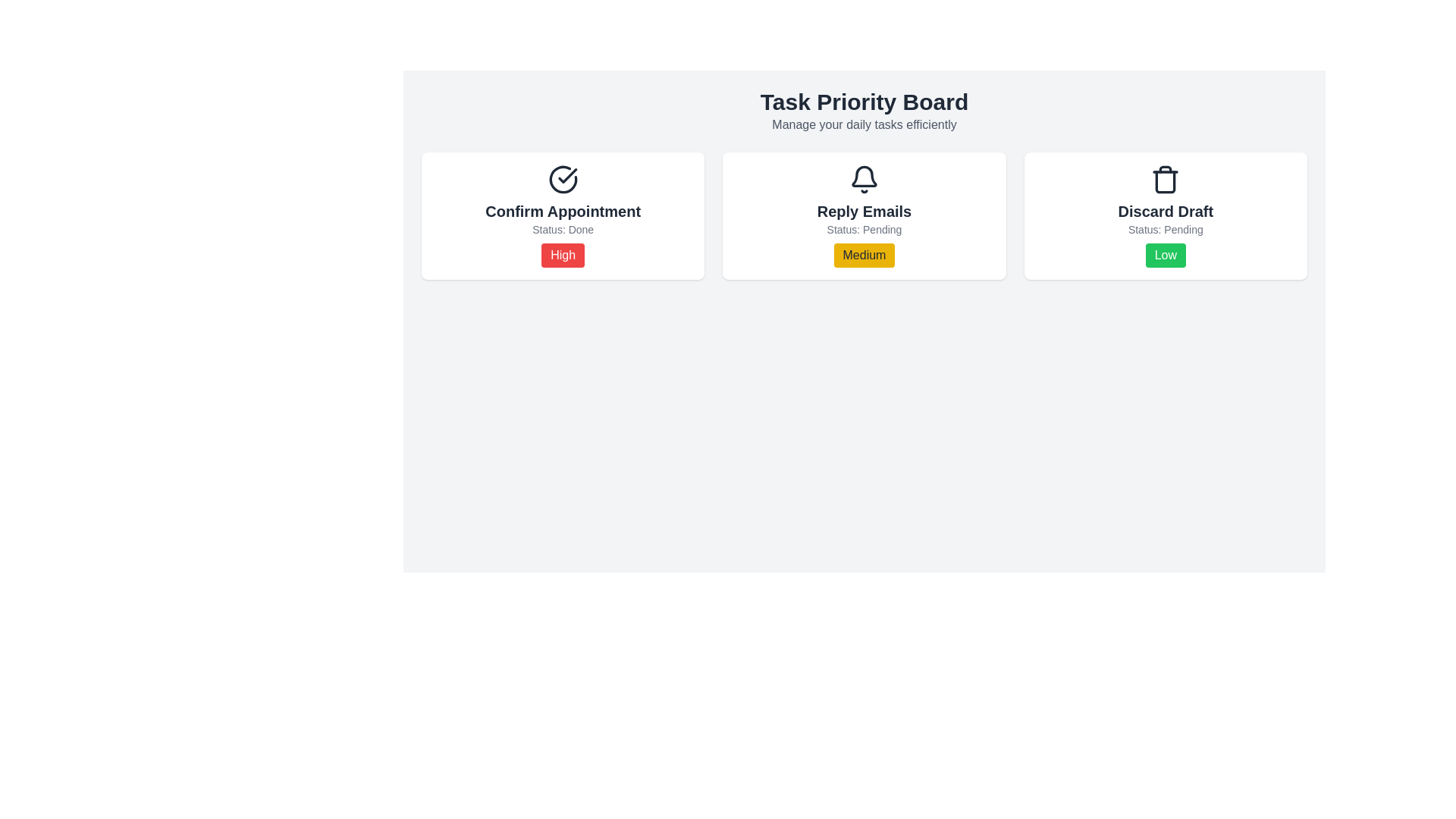  I want to click on the 'Medium' label button, which is a yellow rectangular display with rounded edges located in the 'Reply Emails' panel under 'Status: Pending', so click(864, 254).